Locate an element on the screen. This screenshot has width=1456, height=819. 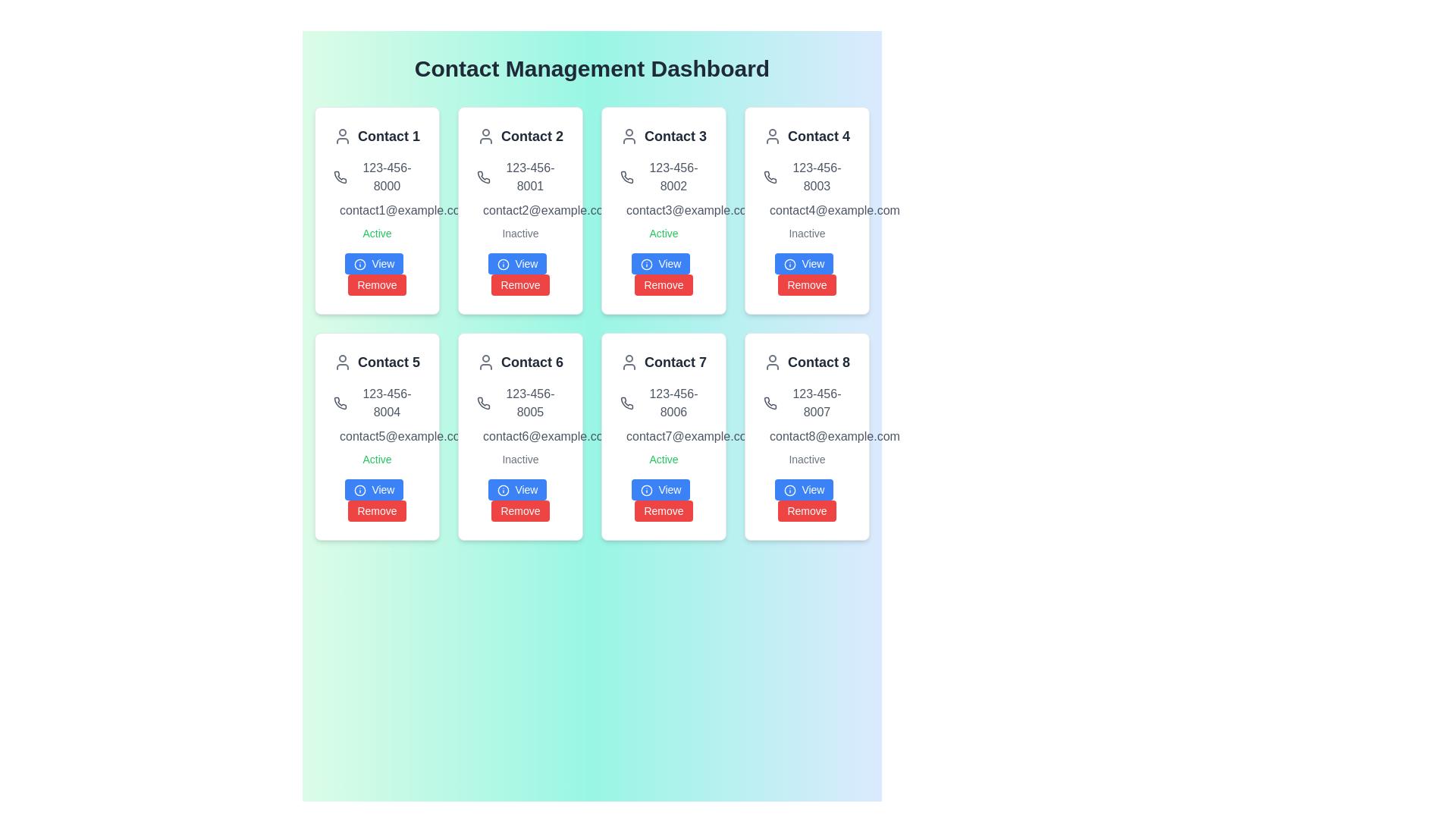
the phone number icon located in the 'Contact 4' card, which is positioned in the fourth column of the first row in the grid layout is located at coordinates (770, 176).